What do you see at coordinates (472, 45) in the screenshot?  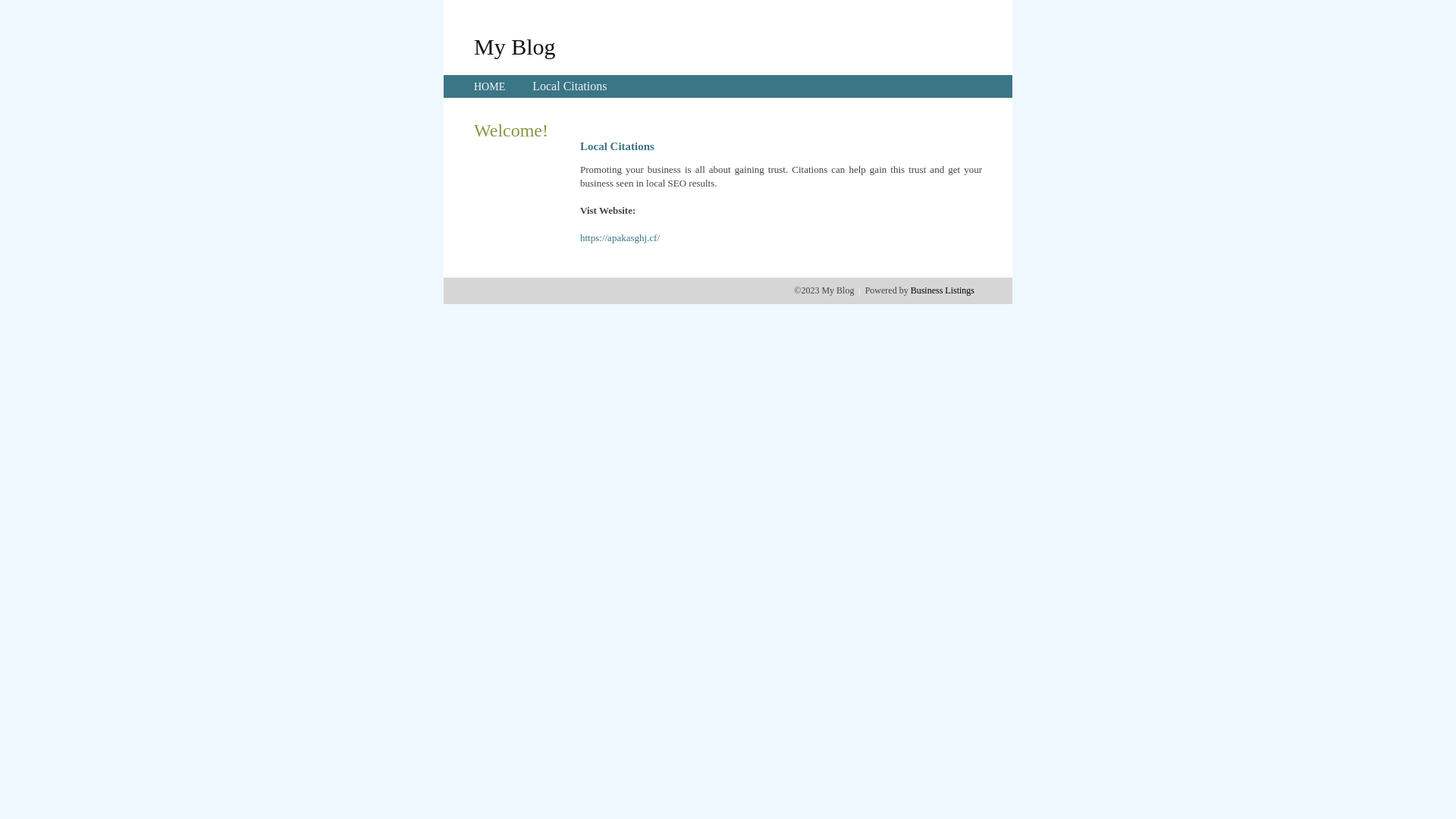 I see `'My Blog'` at bounding box center [472, 45].